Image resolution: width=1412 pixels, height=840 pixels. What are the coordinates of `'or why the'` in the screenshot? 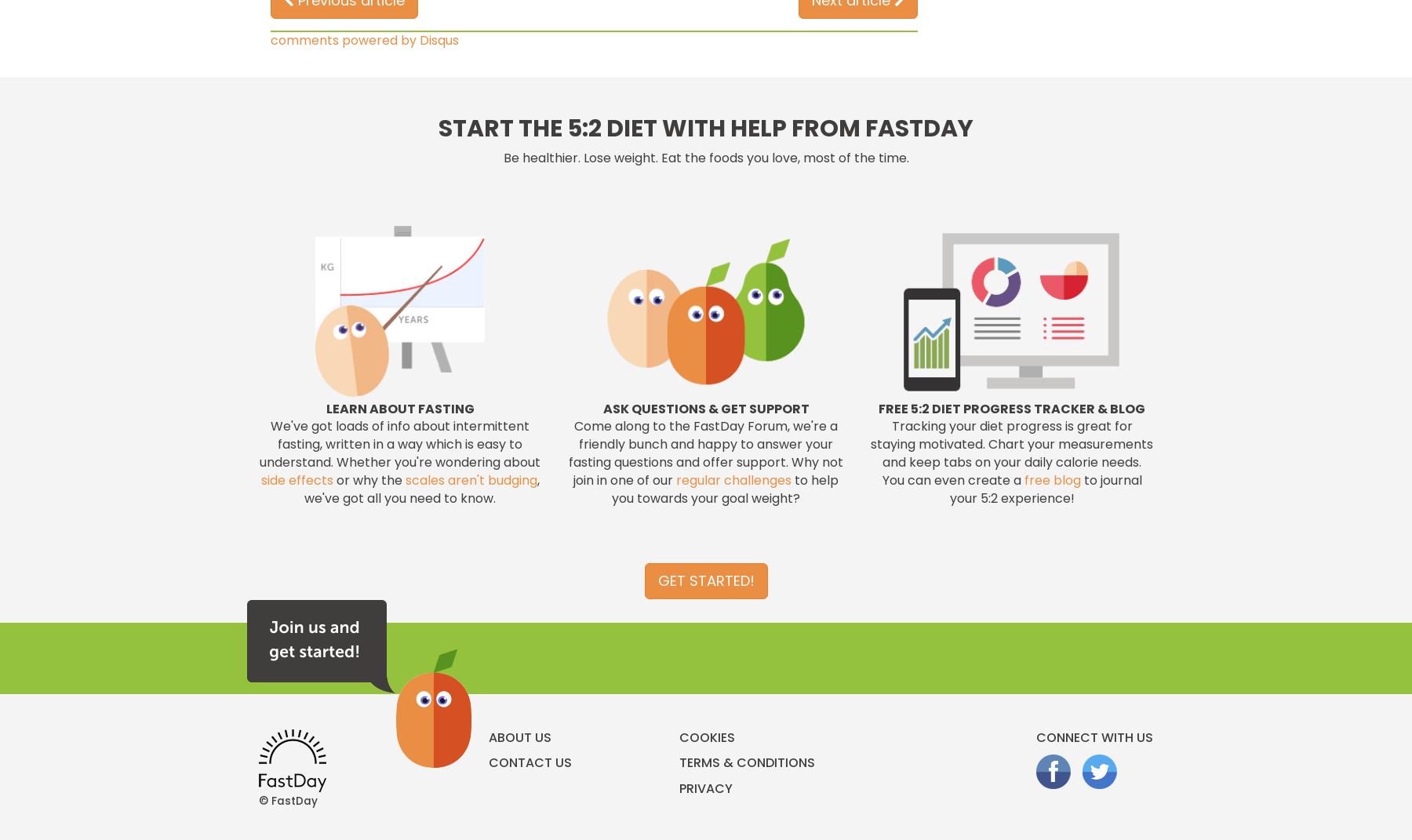 It's located at (367, 479).